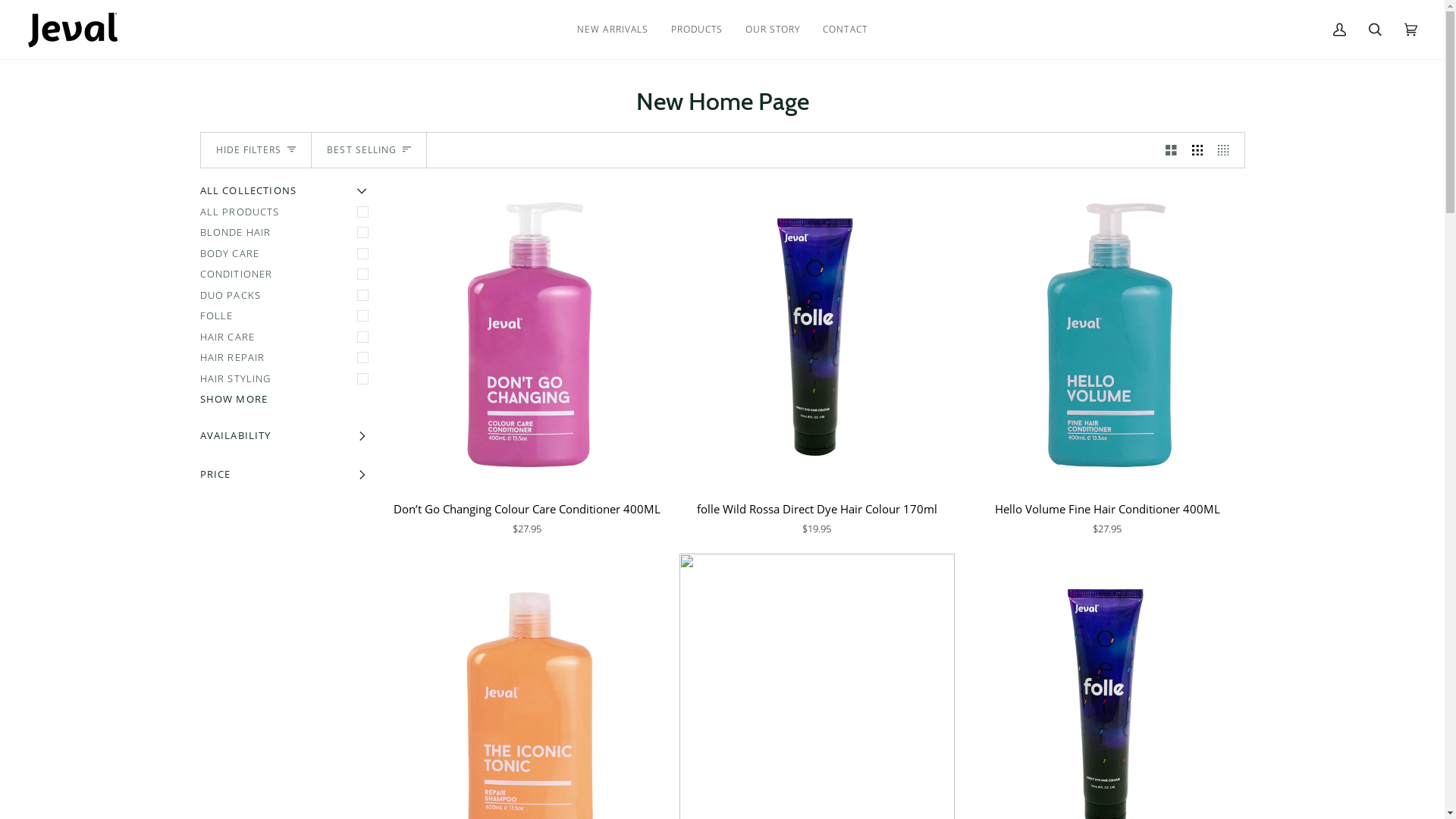 This screenshot has height=819, width=1456. I want to click on 'BEST SELLING', so click(369, 149).